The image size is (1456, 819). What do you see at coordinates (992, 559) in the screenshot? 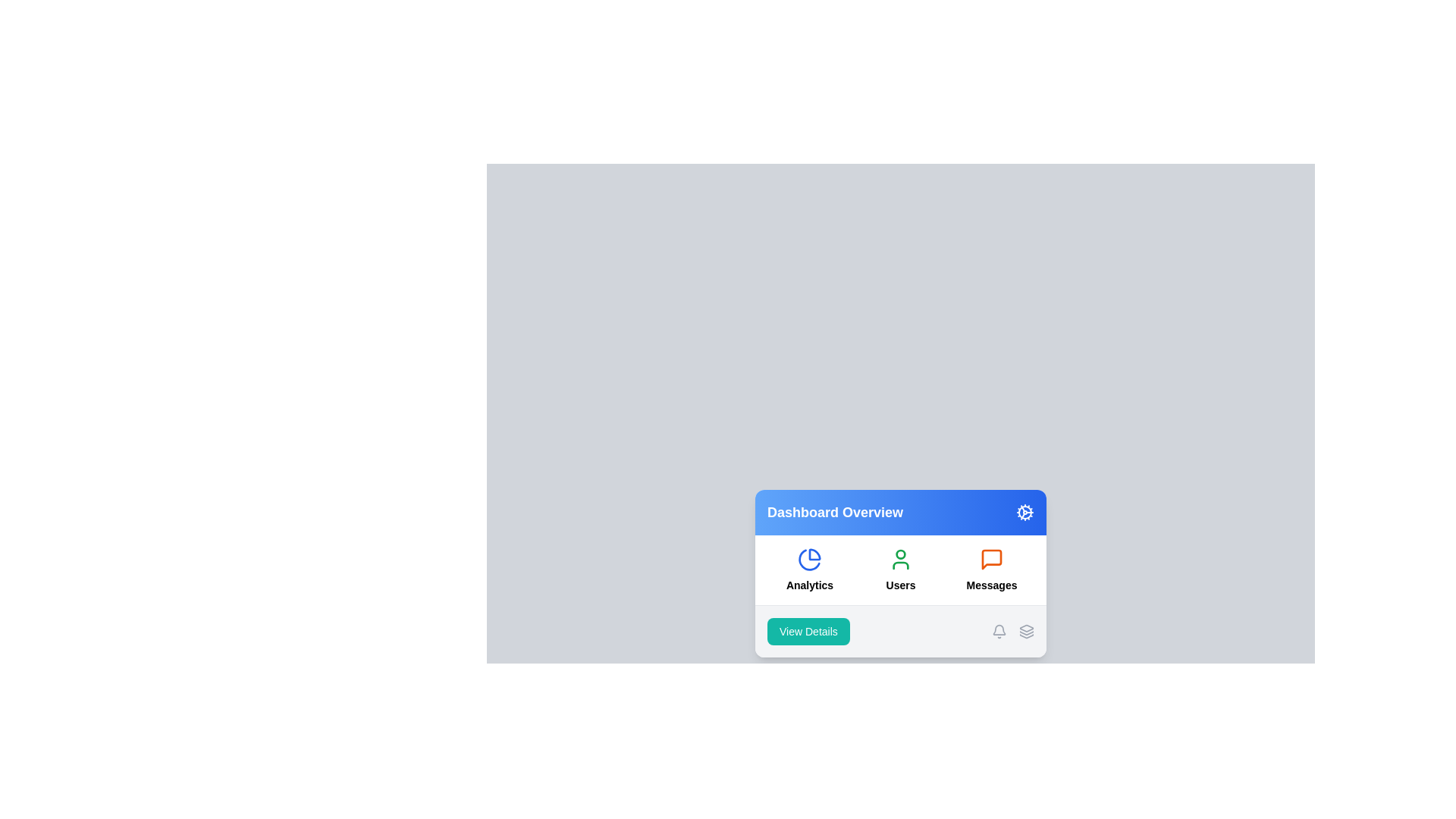
I see `the messaging vector icon located in the Dashboard Overview card` at bounding box center [992, 559].